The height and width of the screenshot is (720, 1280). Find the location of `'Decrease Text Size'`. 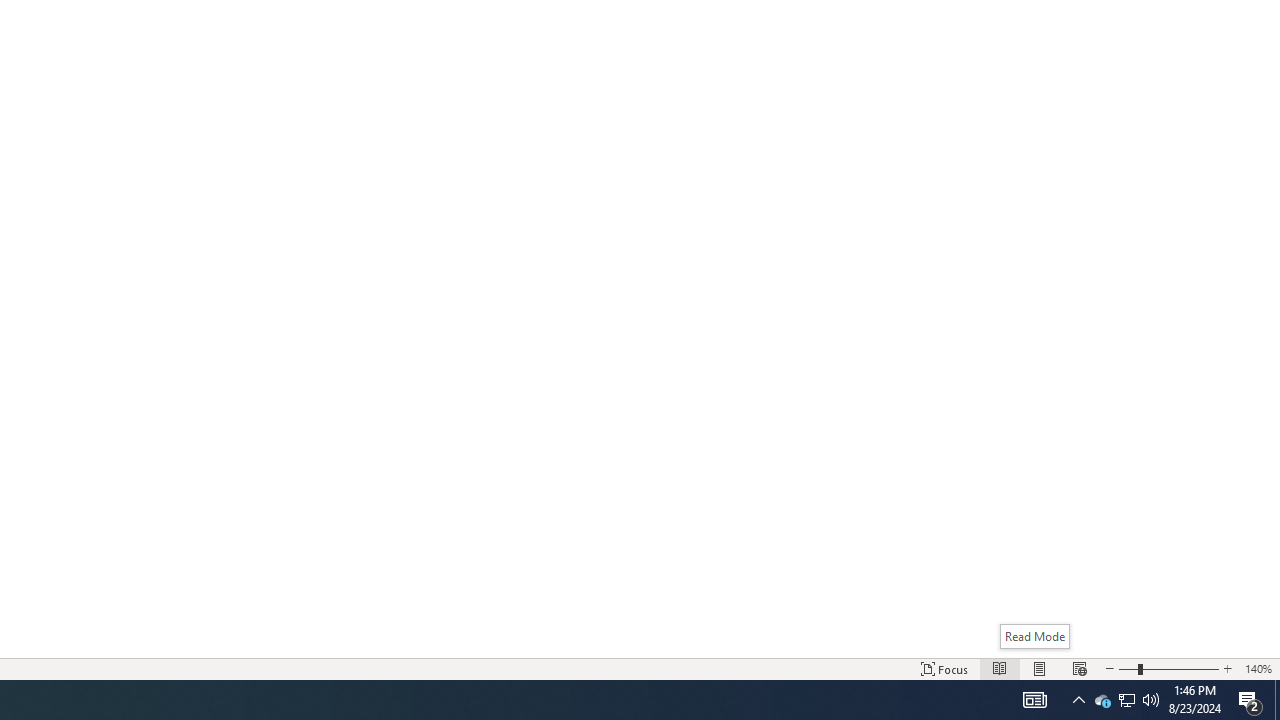

'Decrease Text Size' is located at coordinates (1108, 669).